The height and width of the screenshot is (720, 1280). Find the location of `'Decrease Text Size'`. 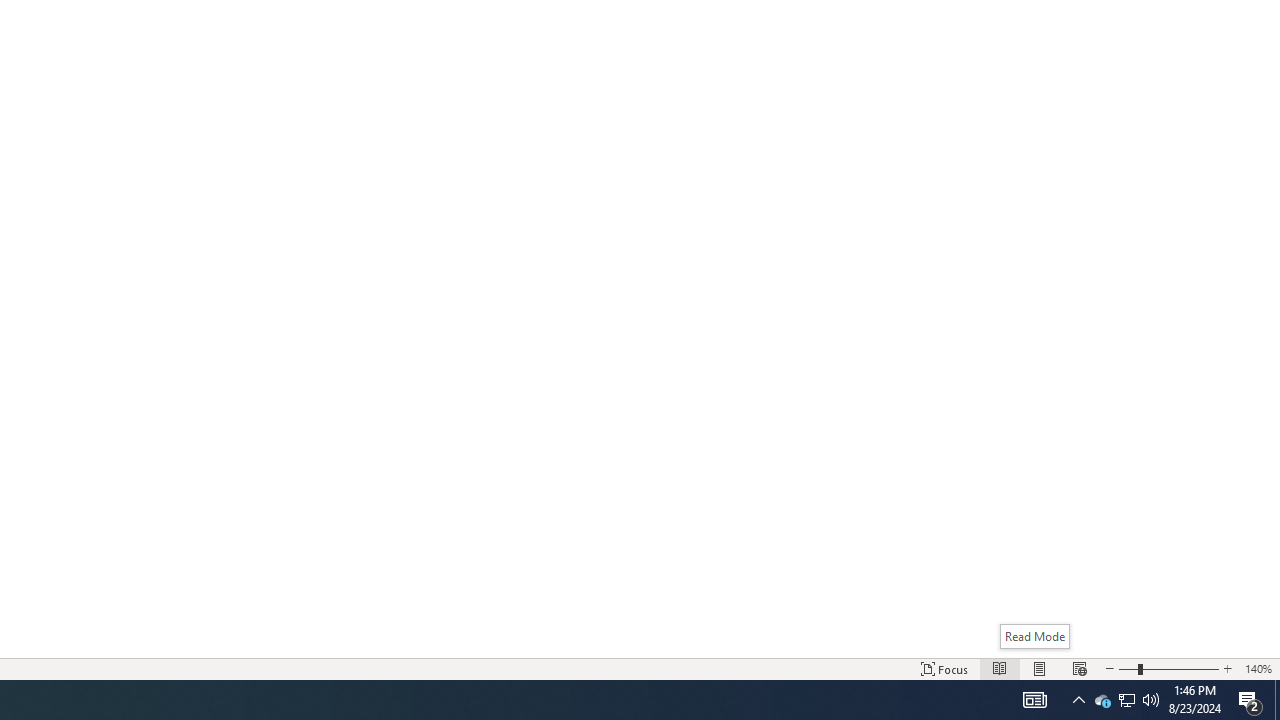

'Decrease Text Size' is located at coordinates (1108, 669).